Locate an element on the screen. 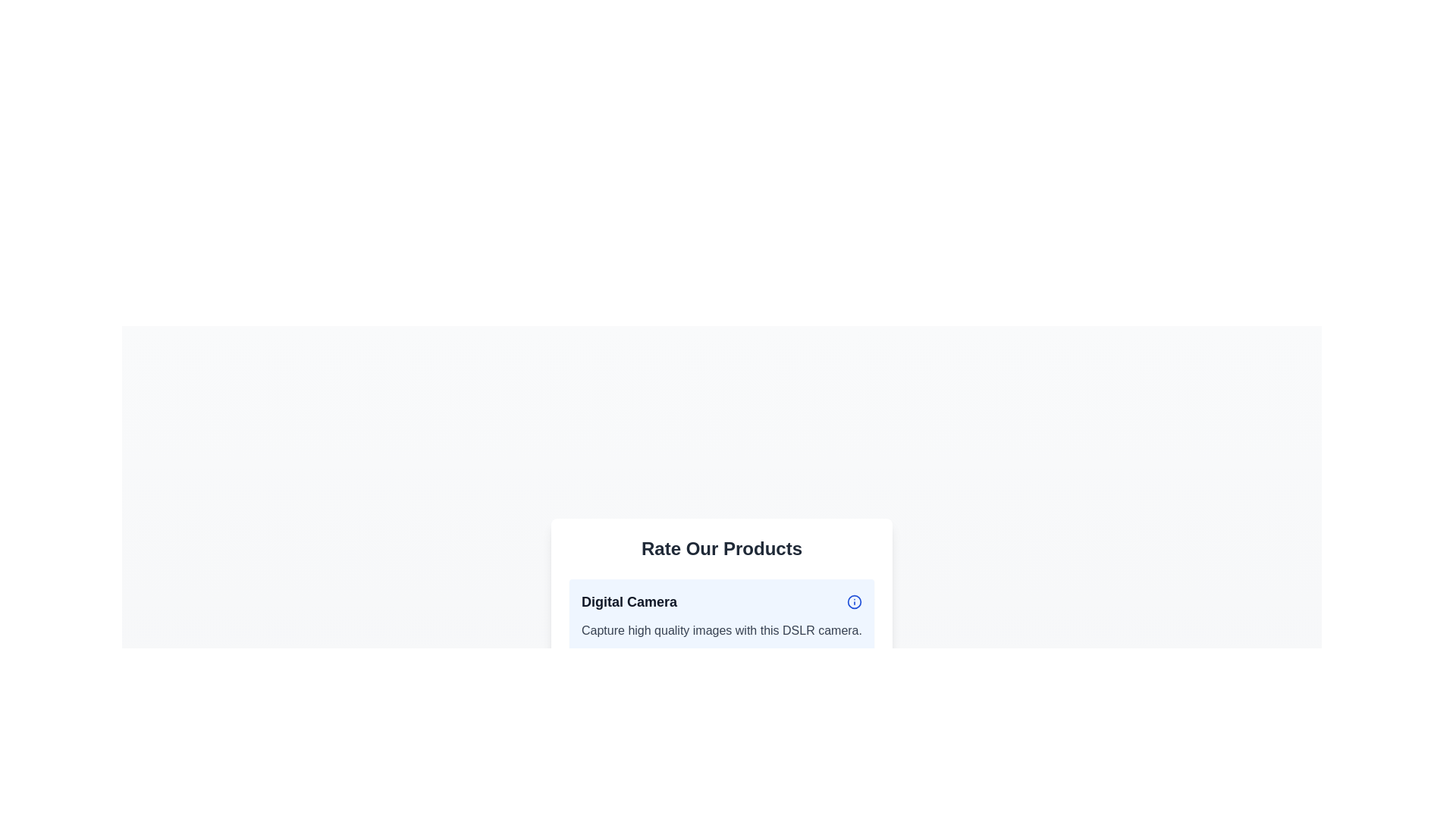 The image size is (1456, 819). the product title 'Digital Camera' to interact with it is located at coordinates (720, 601).